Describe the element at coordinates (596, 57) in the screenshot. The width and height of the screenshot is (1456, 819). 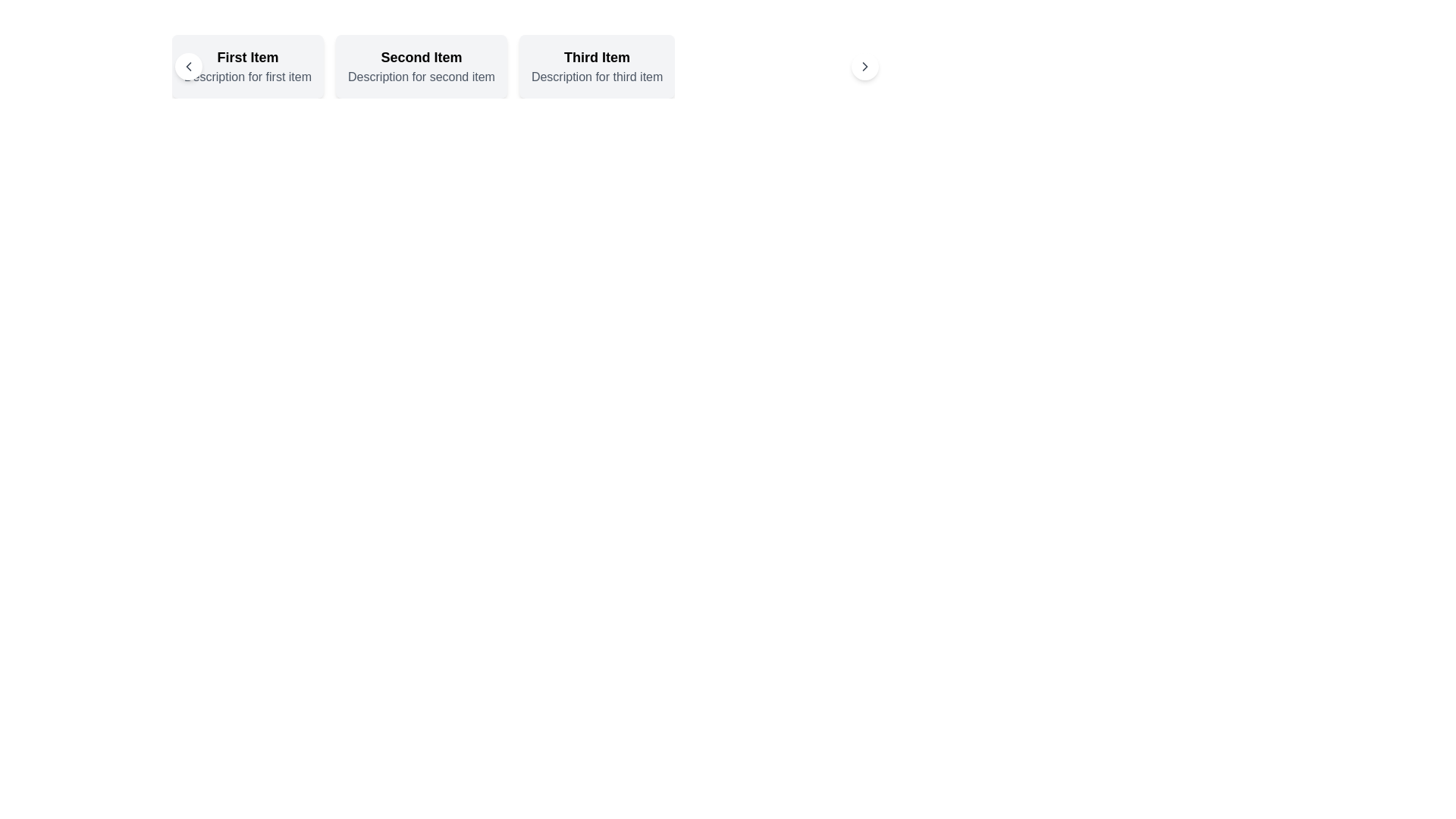
I see `the text label displaying 'Third Item', which is the upper label within a light-gray rectangular card with rounded corners` at that location.